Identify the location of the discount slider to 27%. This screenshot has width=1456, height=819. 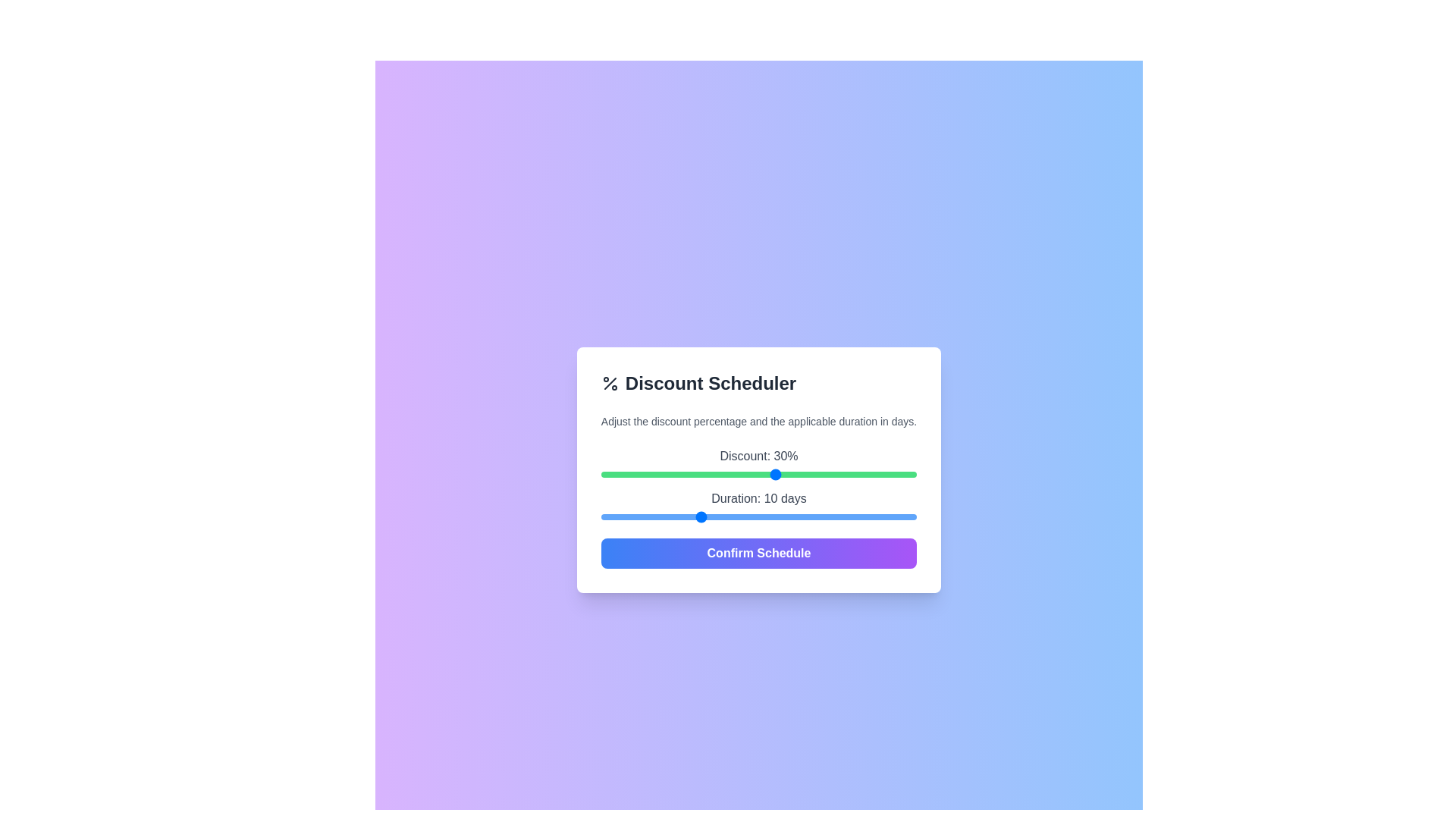
(755, 473).